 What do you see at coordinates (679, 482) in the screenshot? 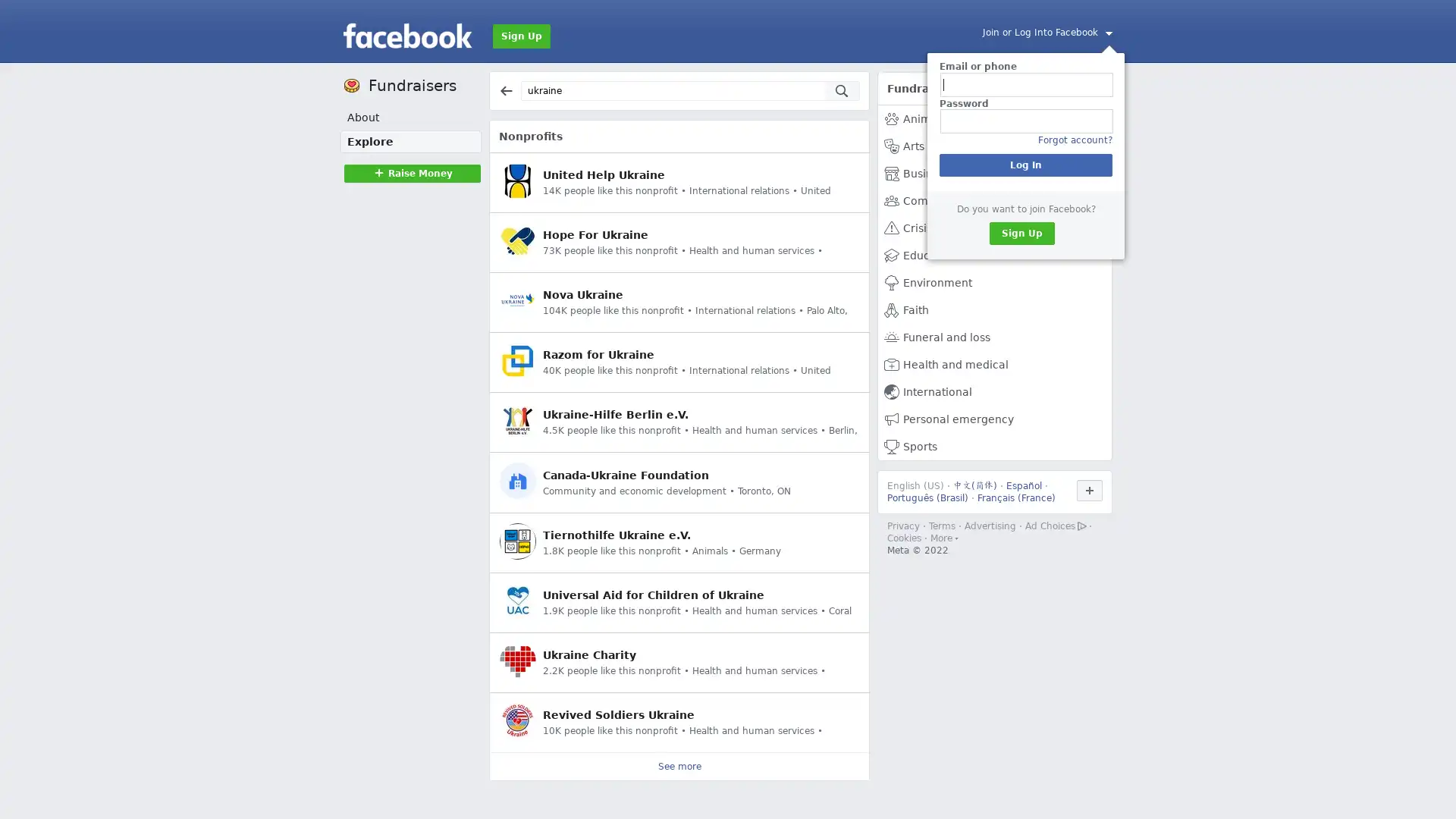
I see `Canada-Ukraine Foundation Community and economic development  Toronto, ON` at bounding box center [679, 482].